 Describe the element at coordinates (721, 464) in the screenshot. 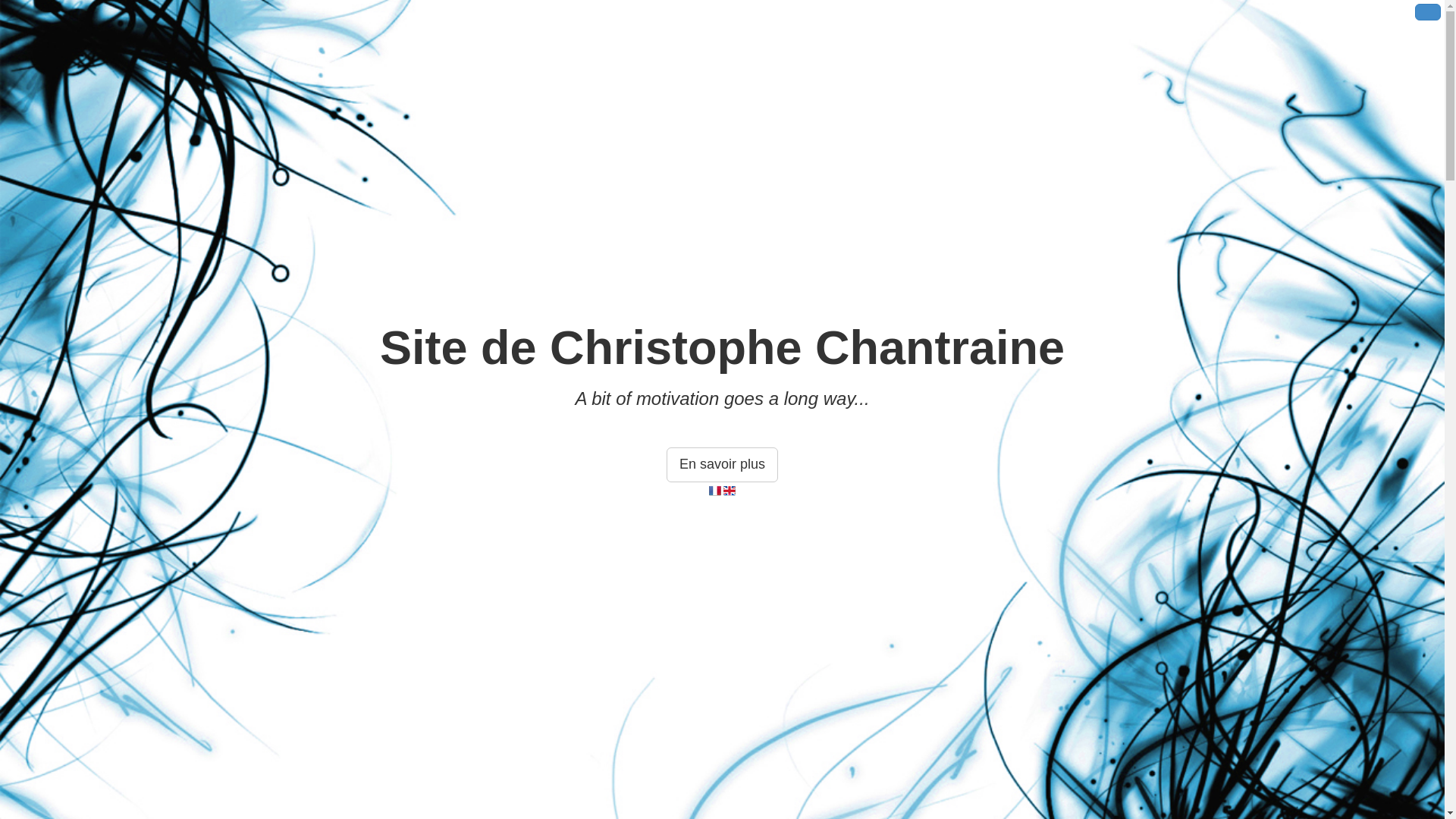

I see `'En savoir plus'` at that location.